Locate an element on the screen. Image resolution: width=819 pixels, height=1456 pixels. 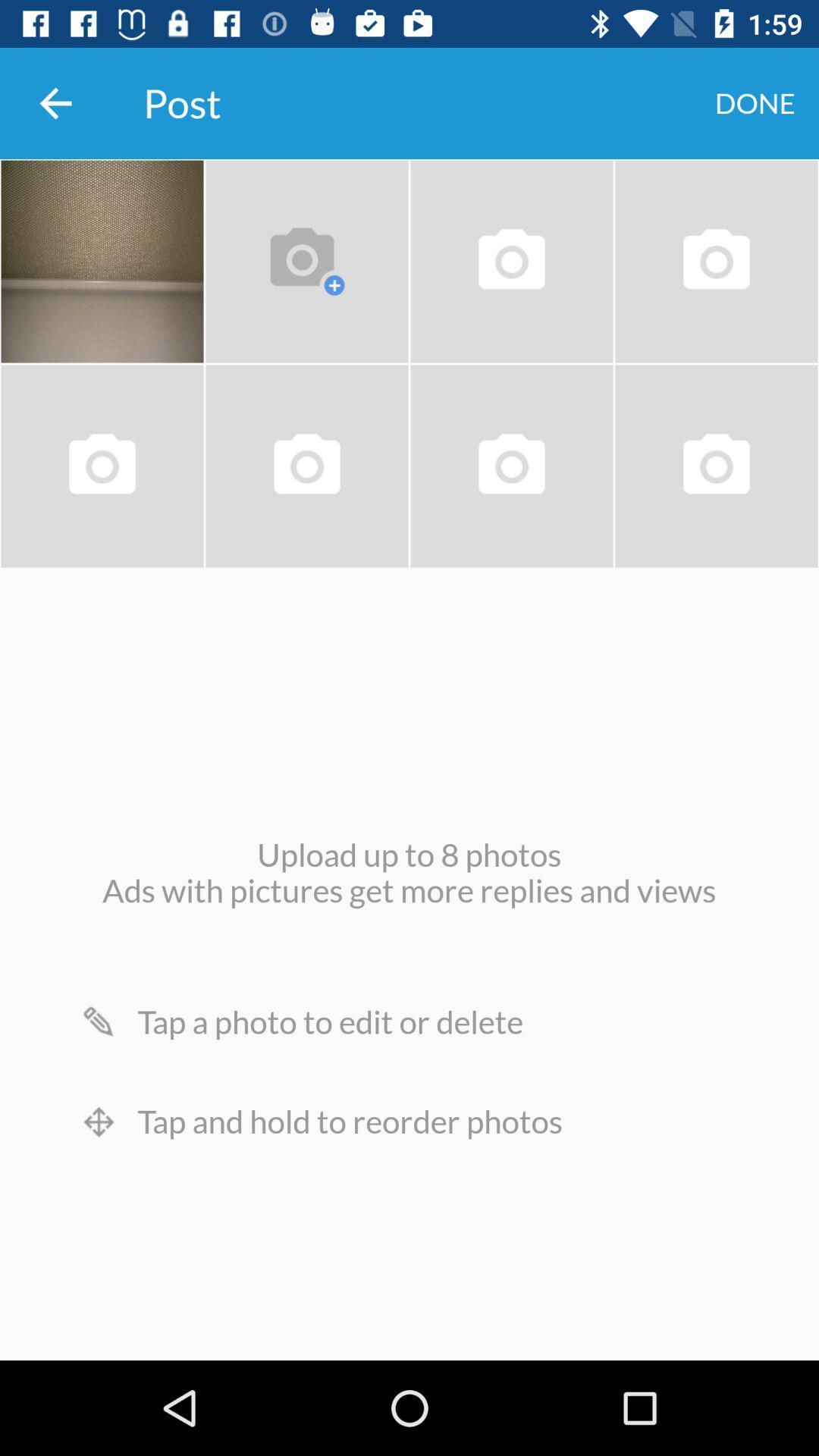
the icon to the left of post icon is located at coordinates (55, 102).